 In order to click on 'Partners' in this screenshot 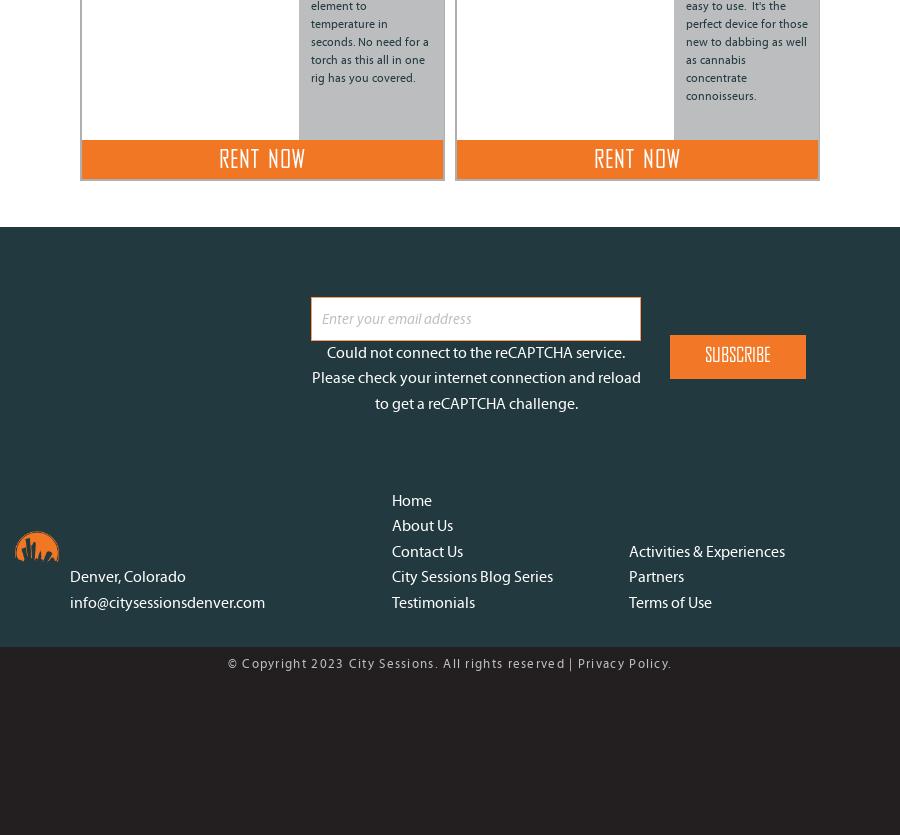, I will do `click(655, 576)`.